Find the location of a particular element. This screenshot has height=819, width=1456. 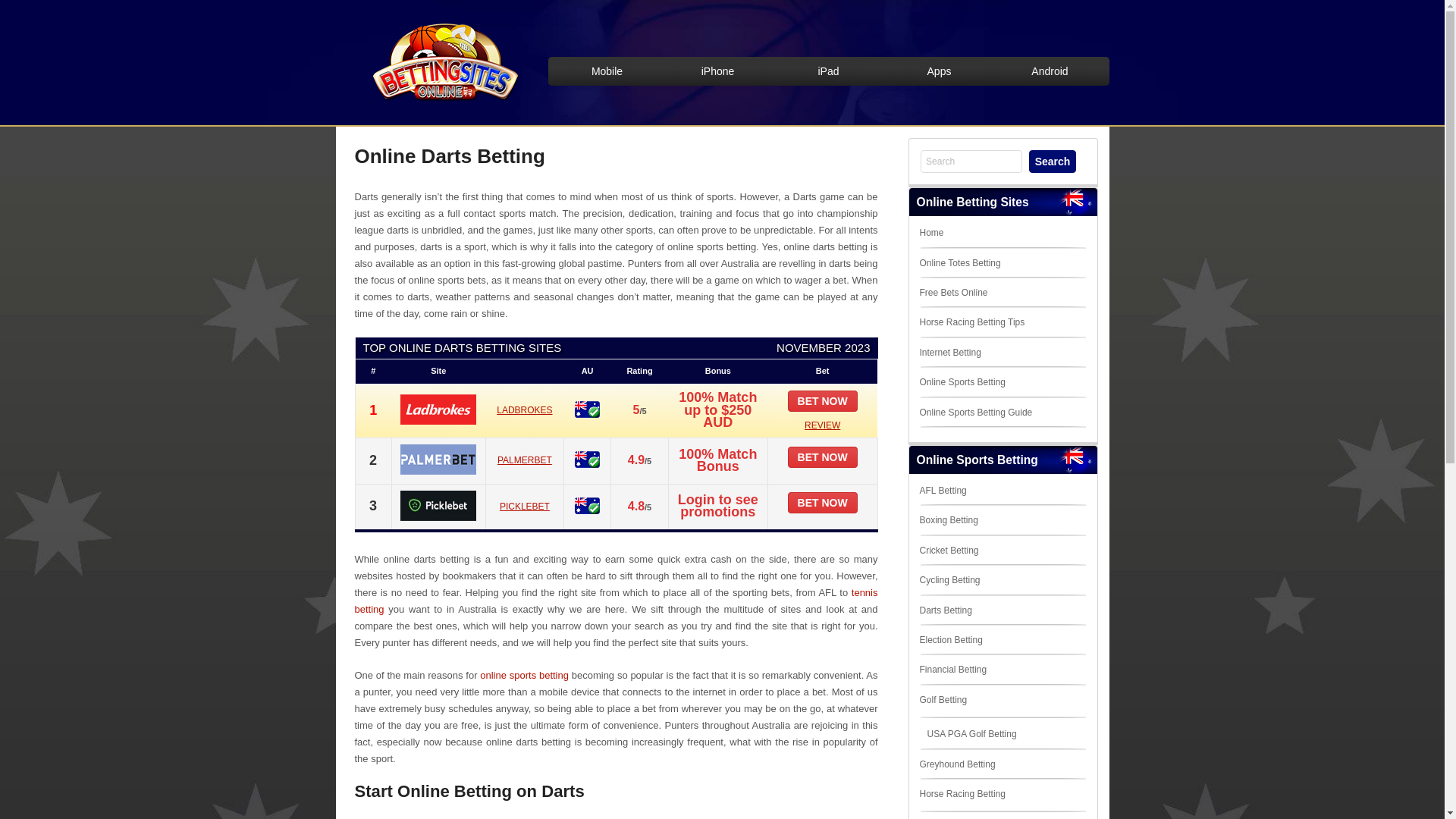

'Android' is located at coordinates (994, 71).